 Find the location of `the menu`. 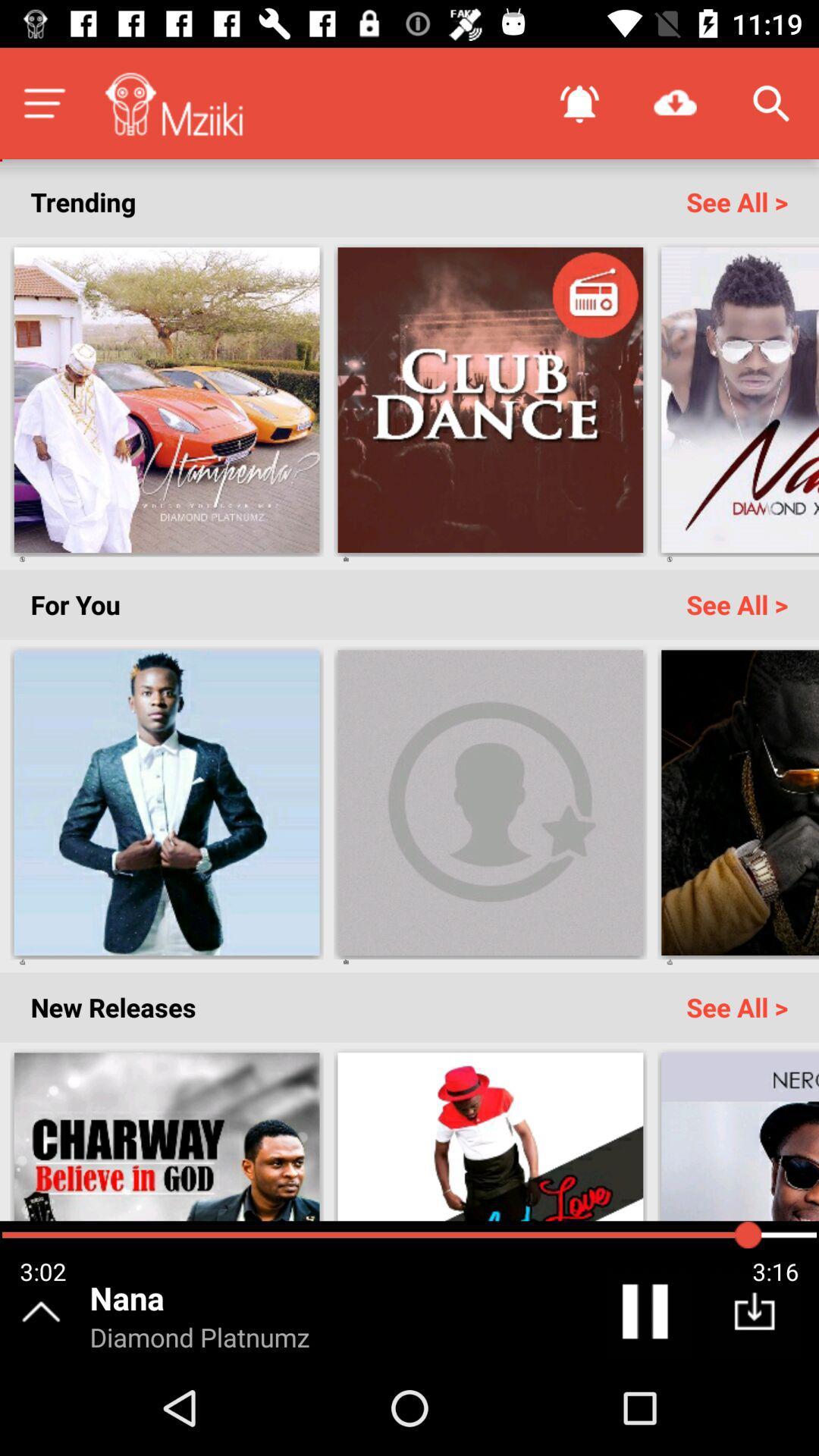

the menu is located at coordinates (43, 102).